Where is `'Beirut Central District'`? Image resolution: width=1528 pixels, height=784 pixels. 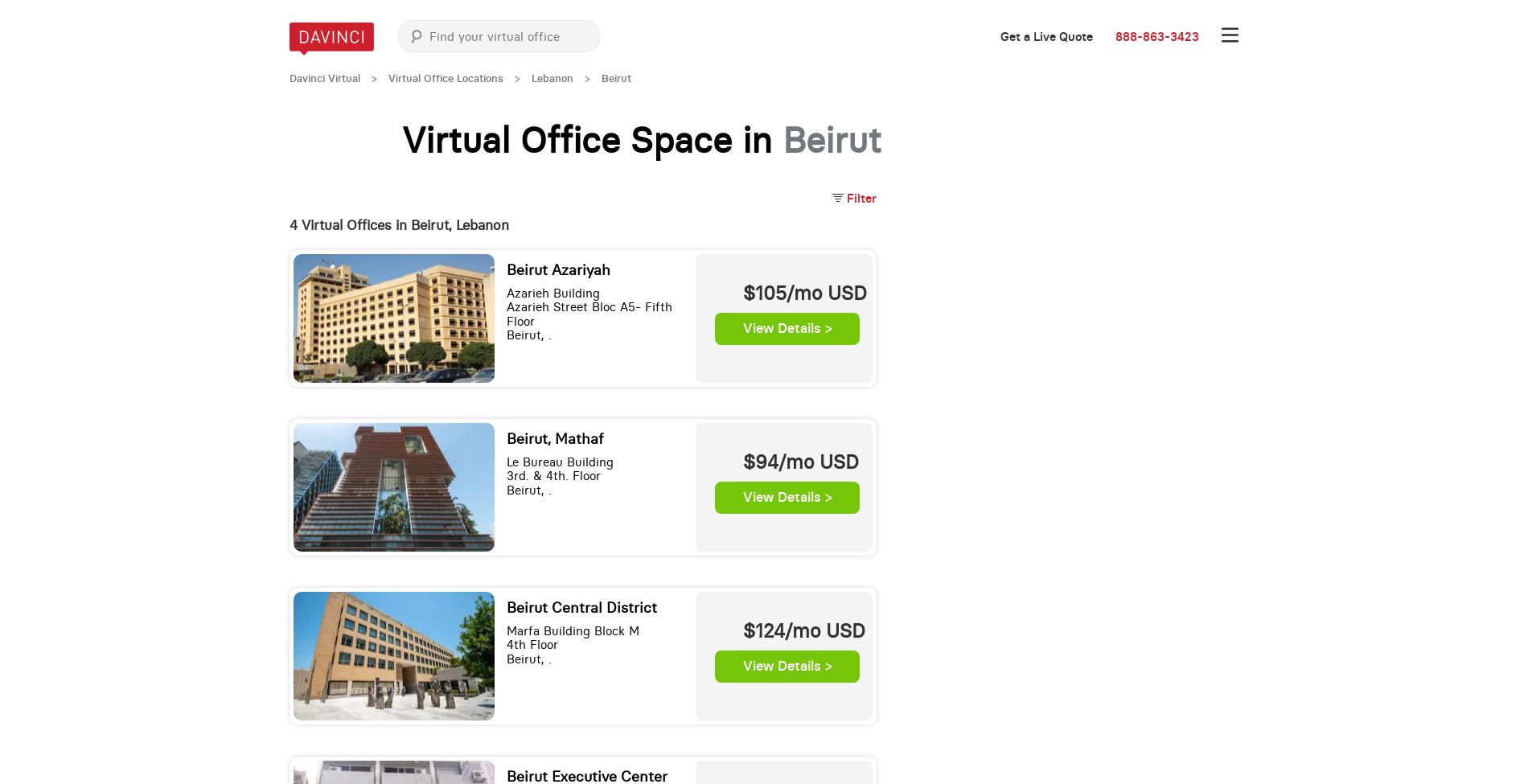
'Beirut Central District' is located at coordinates (580, 606).